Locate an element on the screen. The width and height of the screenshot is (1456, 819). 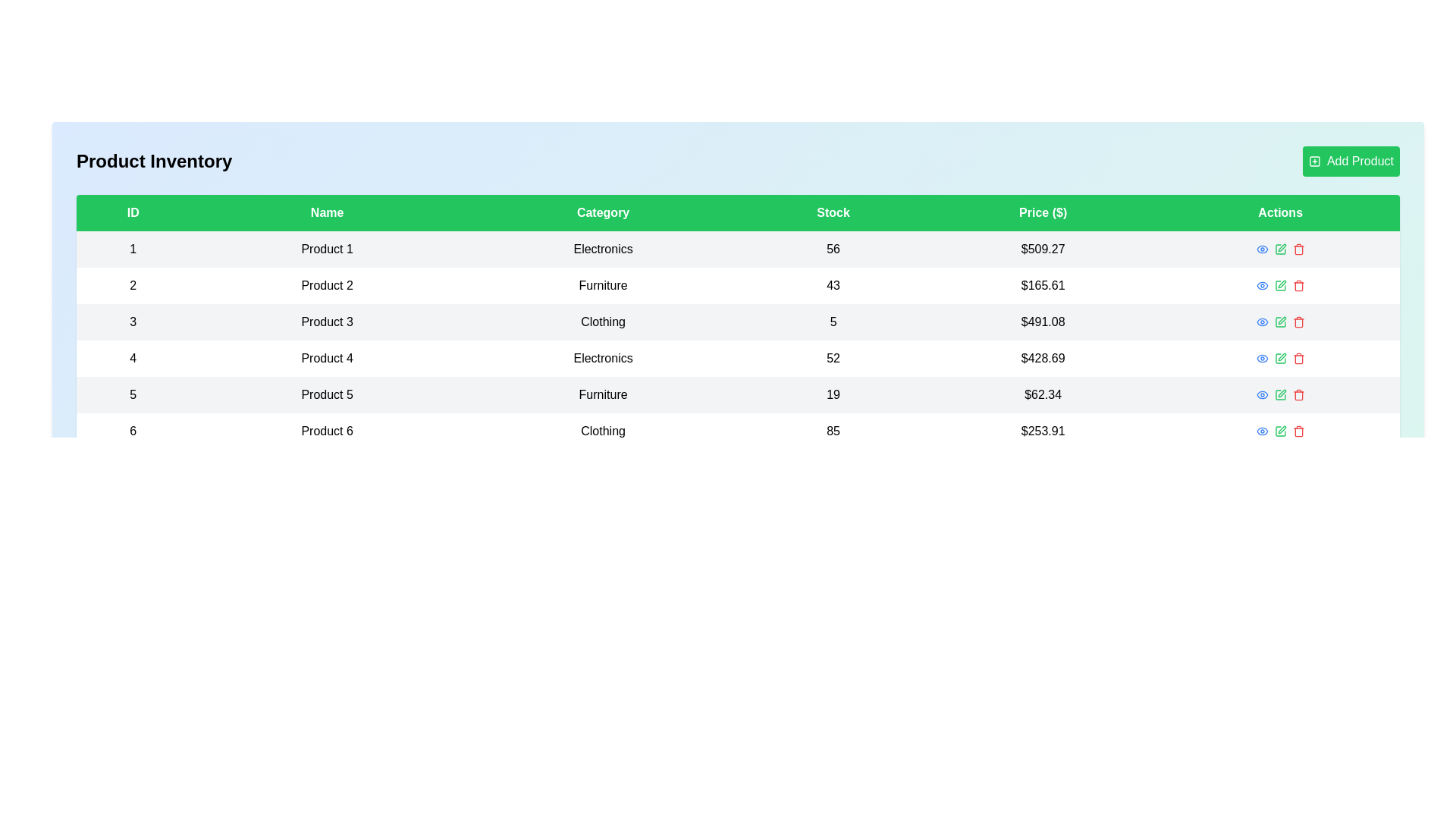
delete button for the product with ID 3 is located at coordinates (1298, 321).